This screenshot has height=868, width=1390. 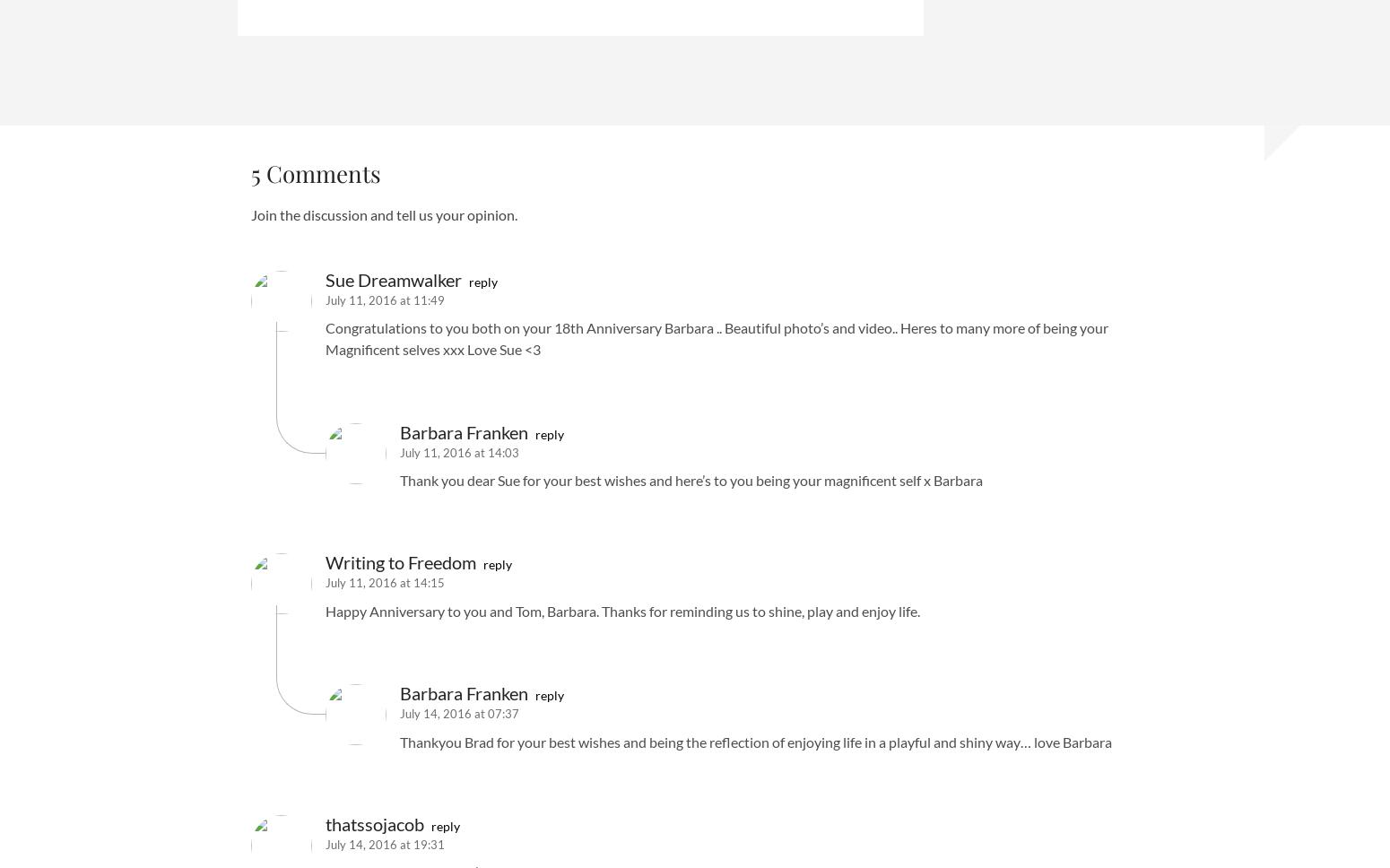 I want to click on '5 Comments', so click(x=315, y=173).